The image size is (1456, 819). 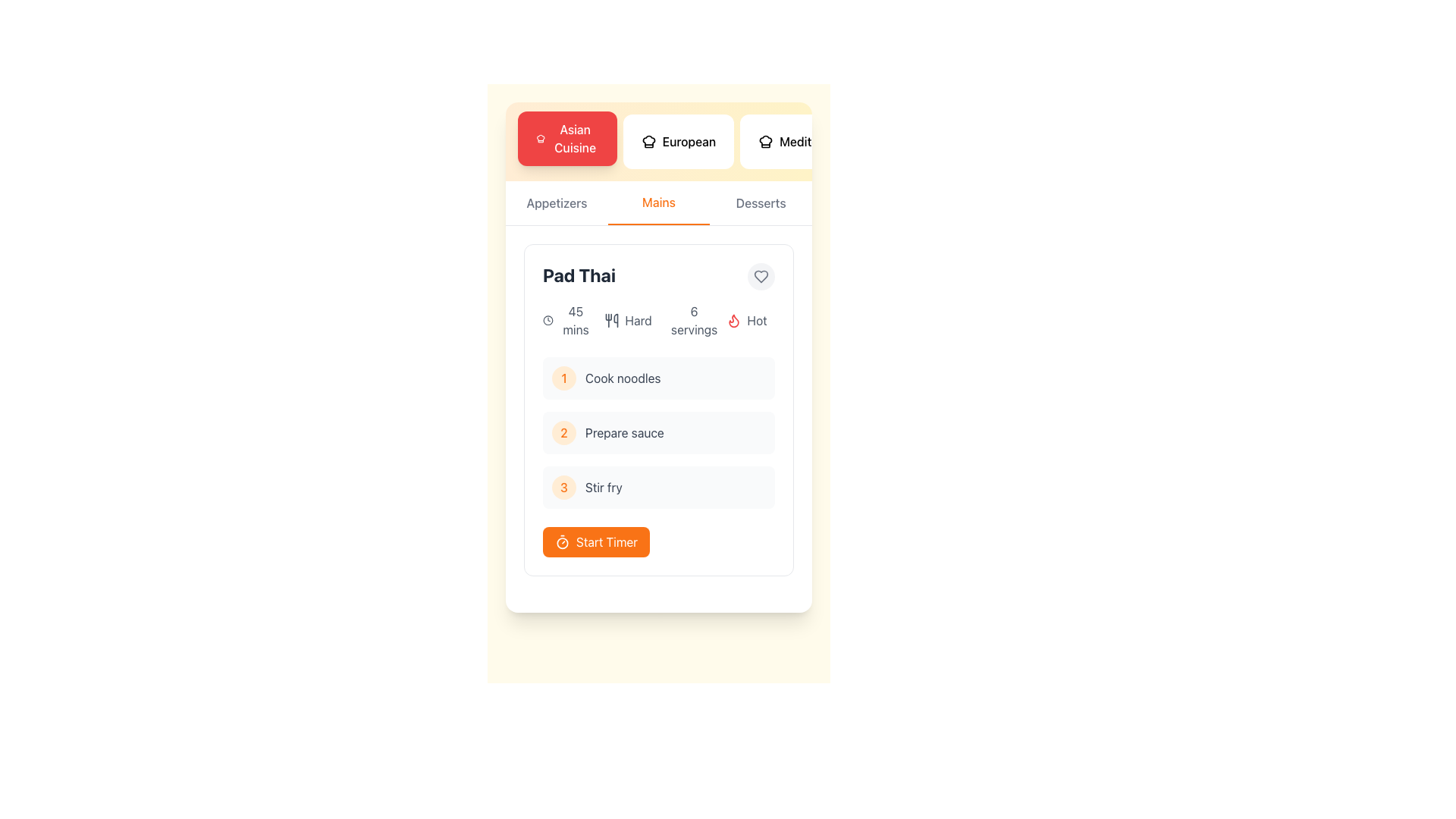 I want to click on the static text indicating the first step in the recipe preparation process, which instructs to 'Cook noodles', located next to the yellow circular marker labeled '1', so click(x=623, y=377).